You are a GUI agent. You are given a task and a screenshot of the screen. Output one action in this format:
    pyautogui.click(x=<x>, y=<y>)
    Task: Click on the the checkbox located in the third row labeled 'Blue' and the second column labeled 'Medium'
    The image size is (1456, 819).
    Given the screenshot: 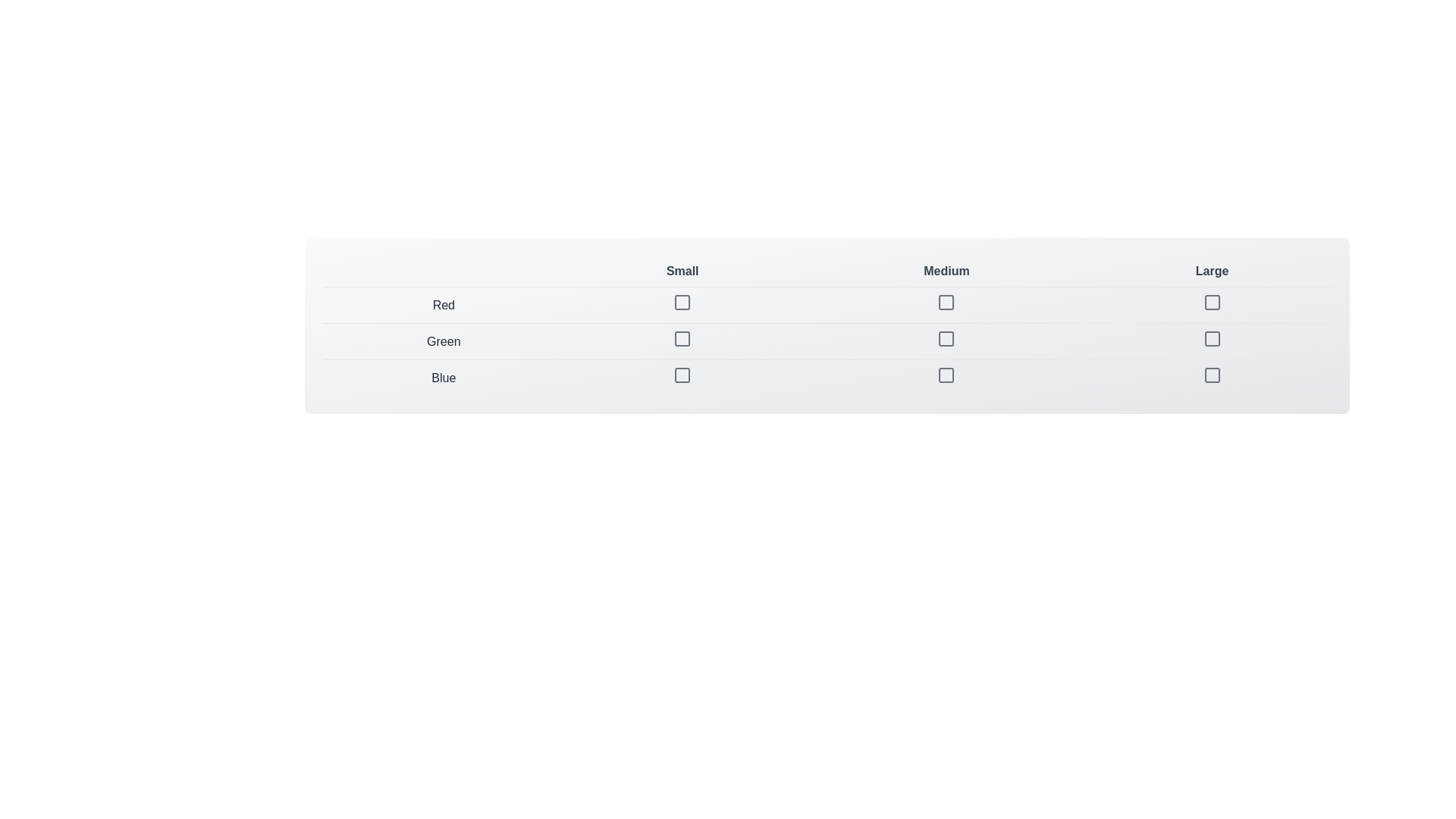 What is the action you would take?
    pyautogui.click(x=946, y=377)
    